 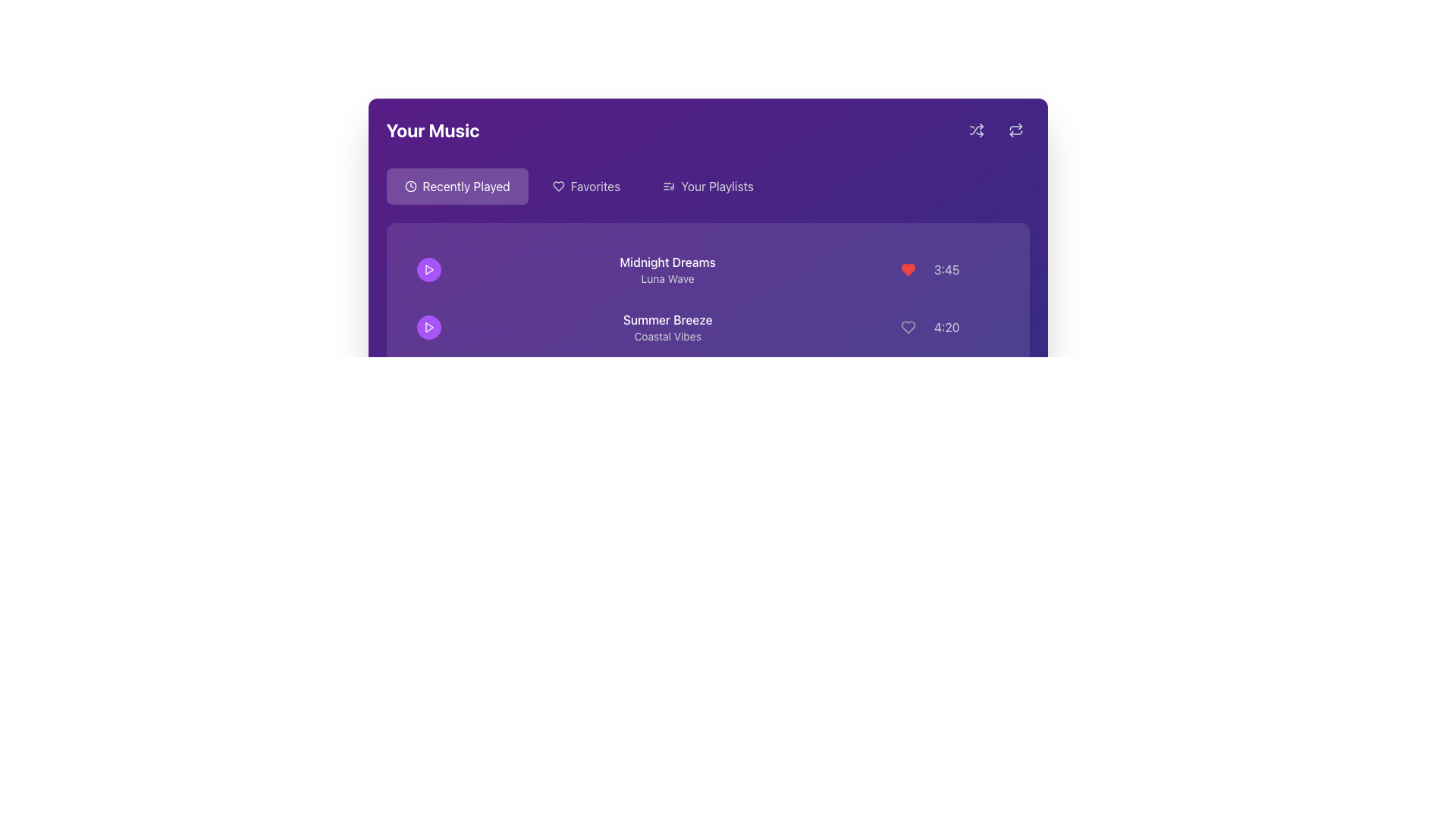 I want to click on the text label displaying the duration of the song 'Summer Breeze', which is located at the far right within the song information row in the music list interface, so click(x=946, y=327).